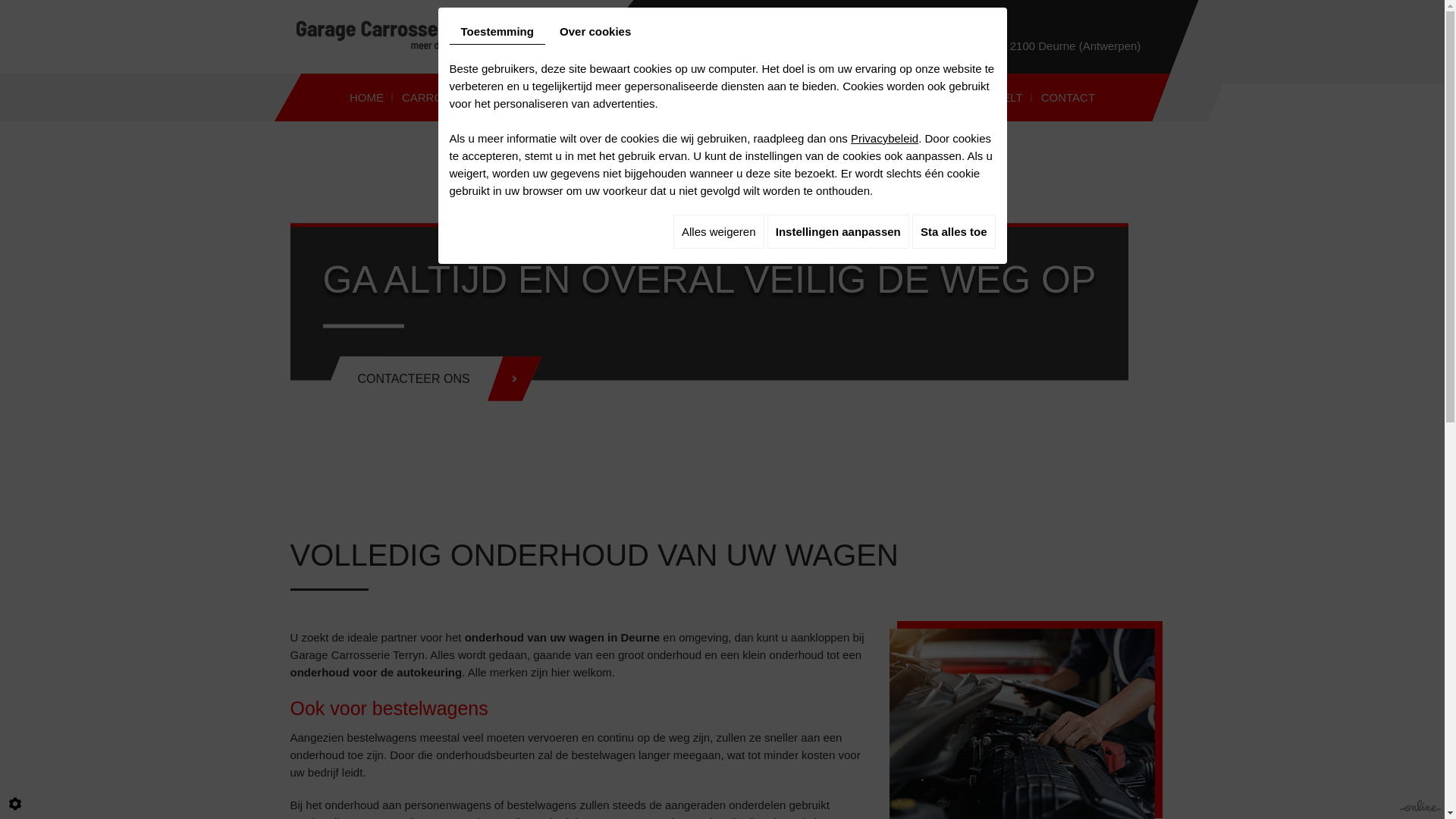 The width and height of the screenshot is (1456, 819). I want to click on 'Instellingen aanpassen', so click(837, 231).